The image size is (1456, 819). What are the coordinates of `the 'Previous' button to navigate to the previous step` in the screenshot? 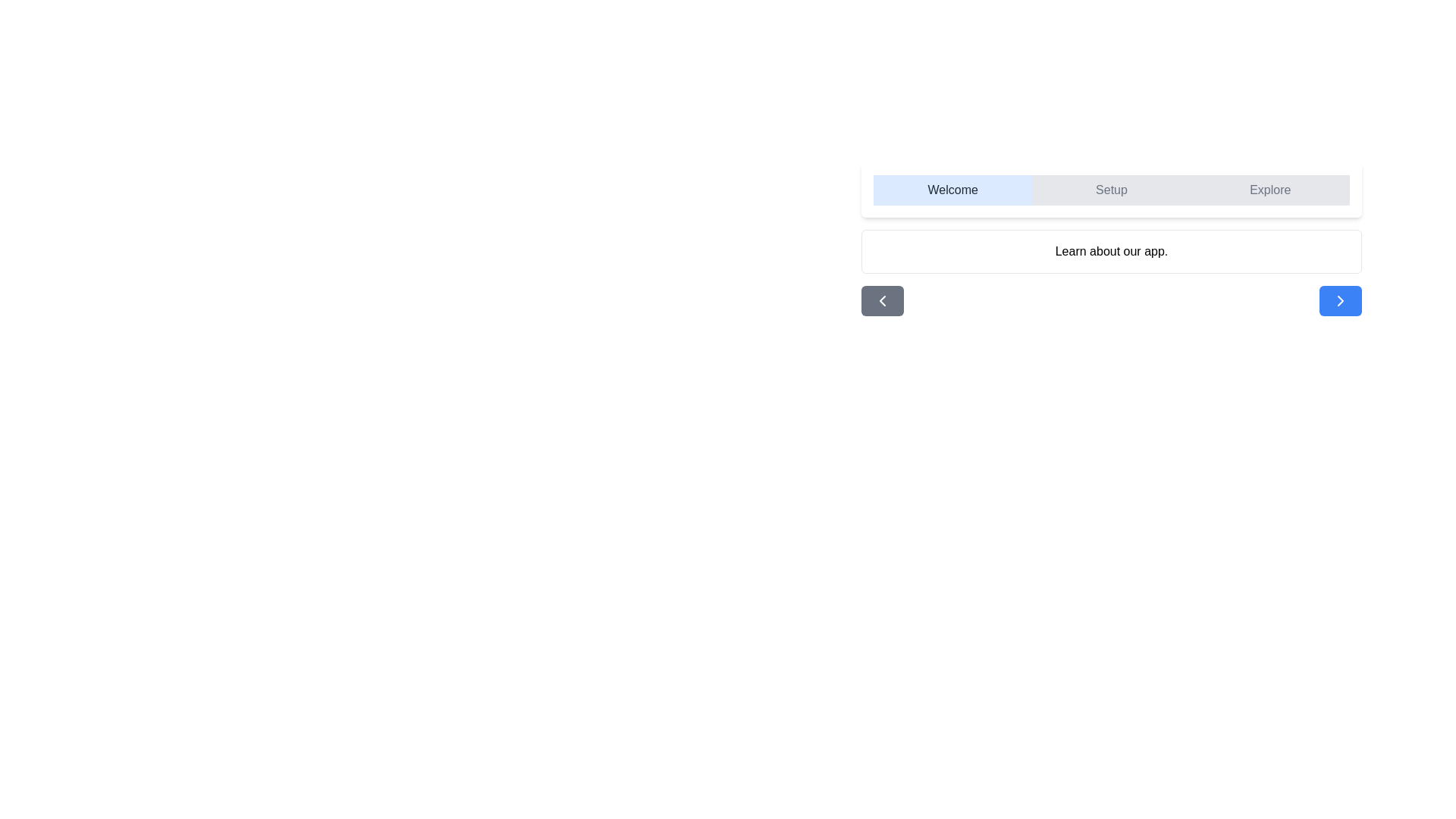 It's located at (882, 301).